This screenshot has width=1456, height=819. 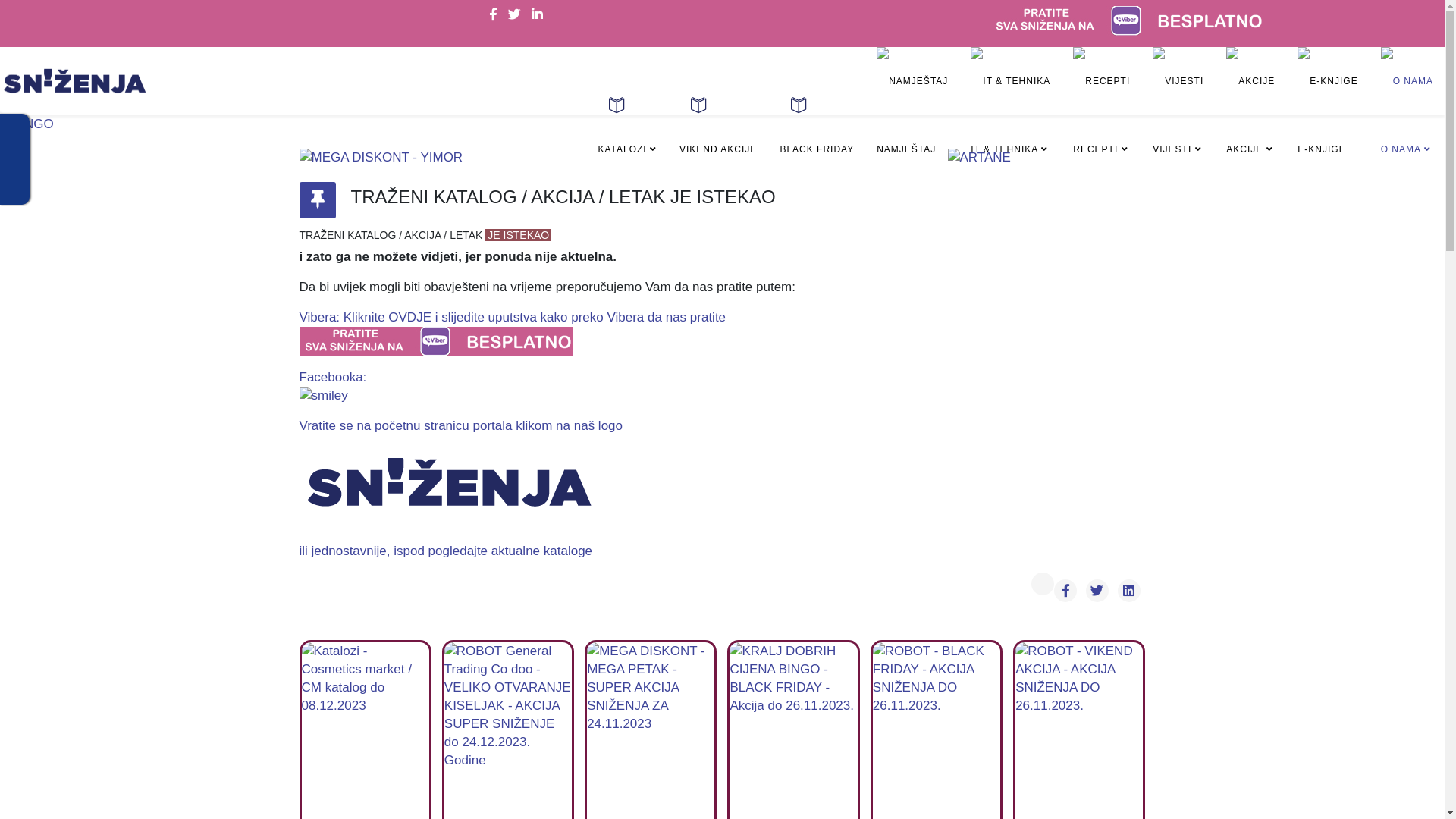 What do you see at coordinates (1010, 114) in the screenshot?
I see `'IT & TEHNIKA'` at bounding box center [1010, 114].